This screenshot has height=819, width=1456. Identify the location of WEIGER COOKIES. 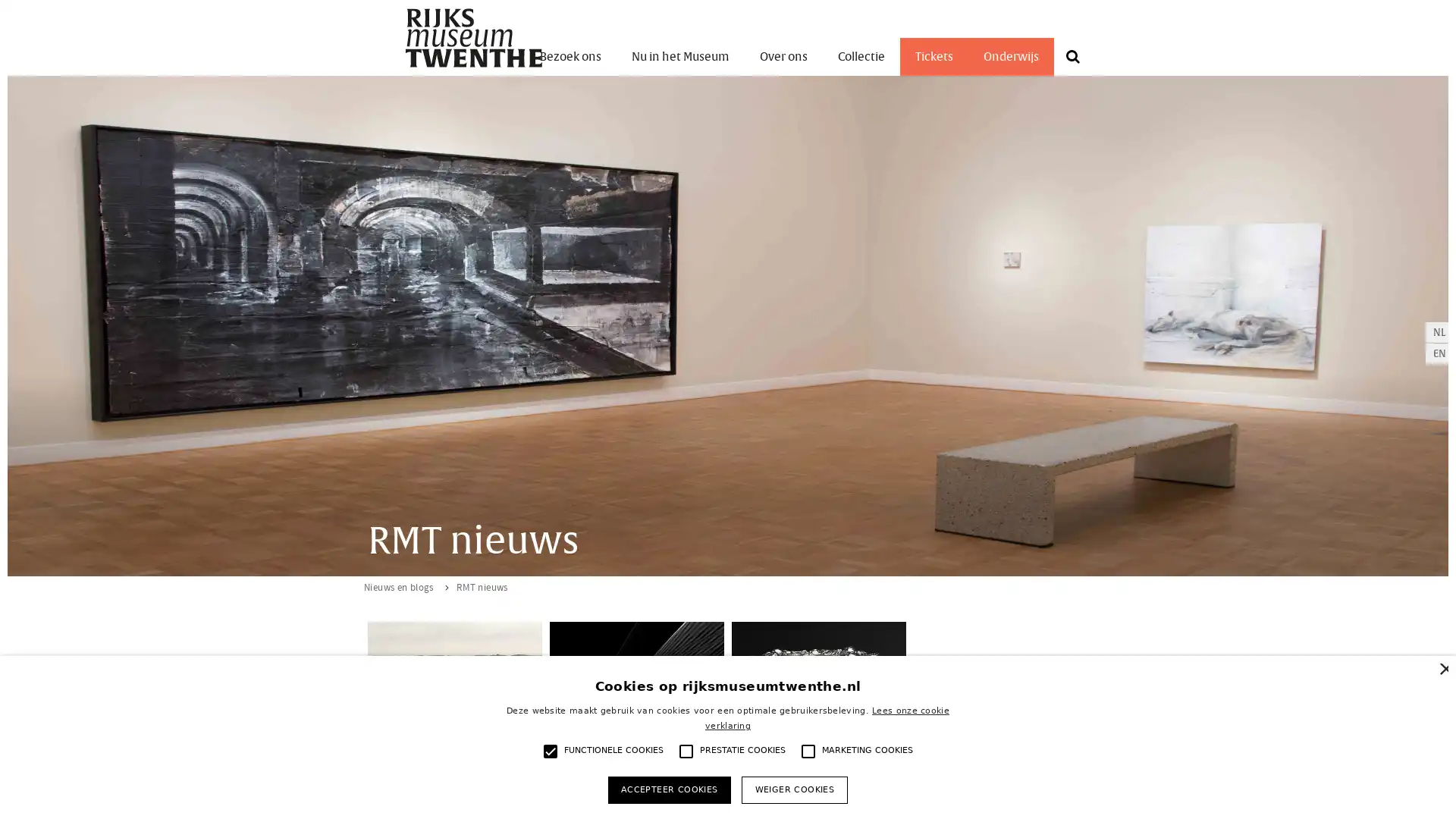
(793, 789).